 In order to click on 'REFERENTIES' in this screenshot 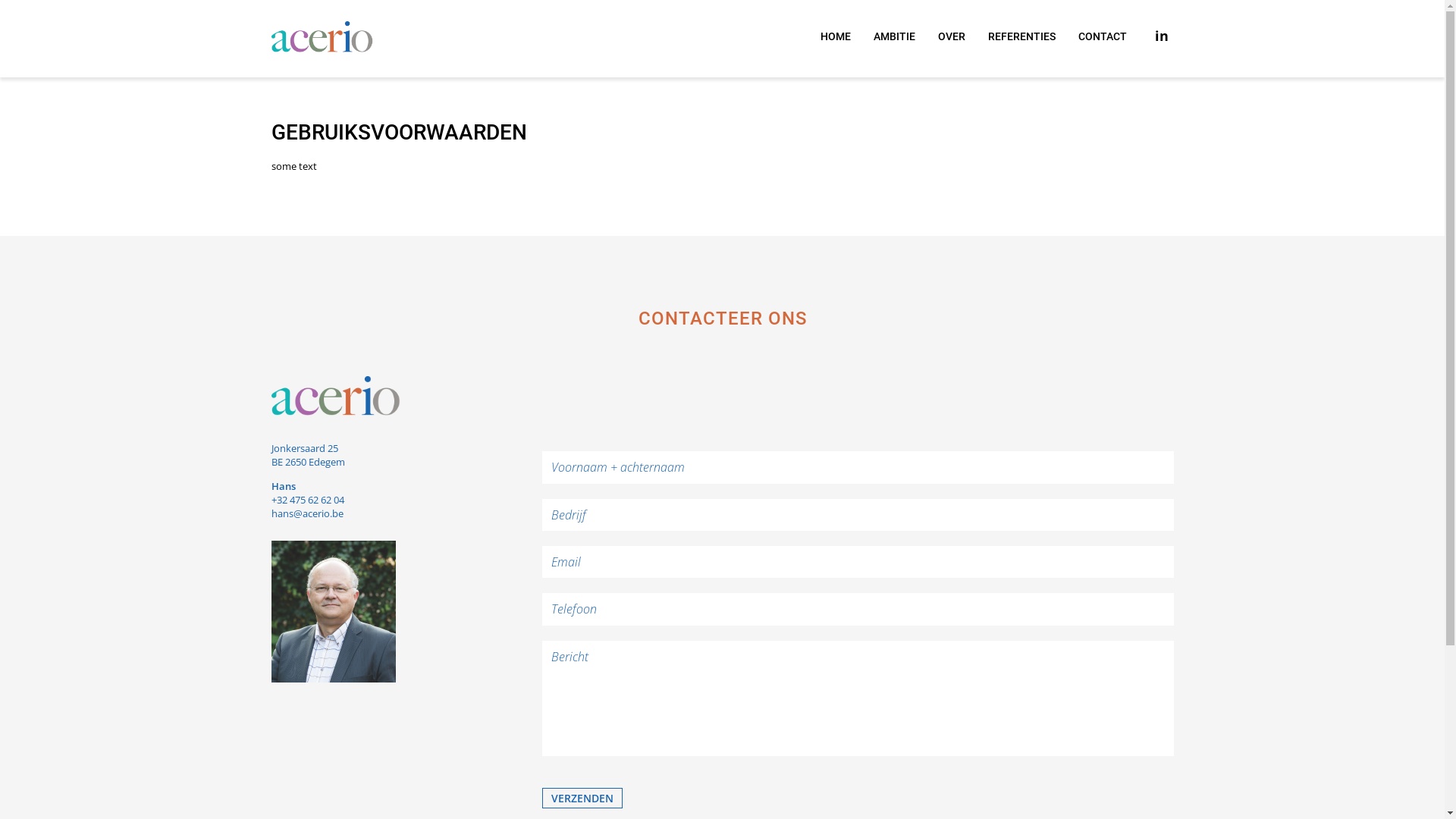, I will do `click(1021, 36)`.